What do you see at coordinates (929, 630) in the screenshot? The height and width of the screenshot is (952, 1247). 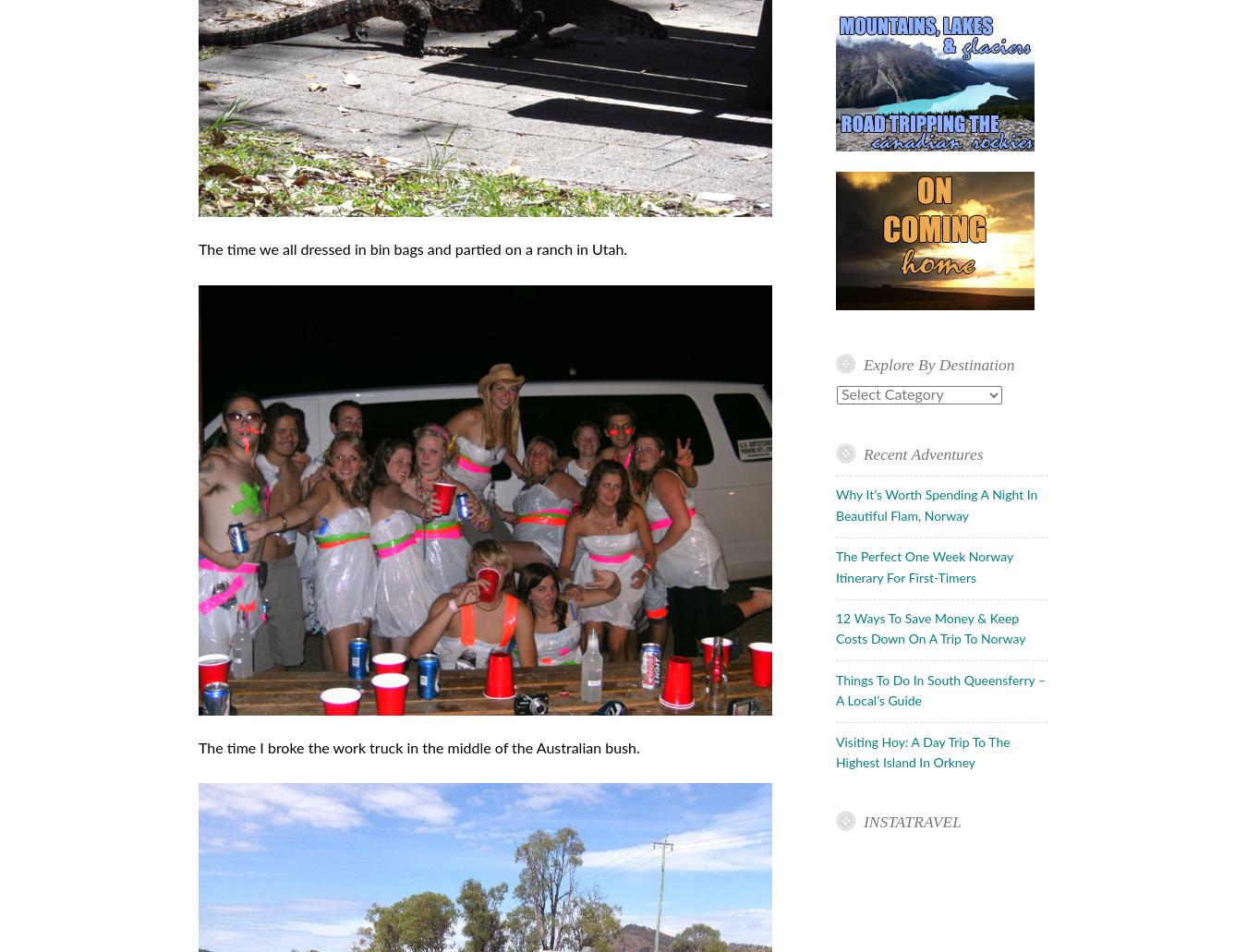 I see `'12 Ways To Save Money & Keep Costs Down On A Trip To Norway'` at bounding box center [929, 630].